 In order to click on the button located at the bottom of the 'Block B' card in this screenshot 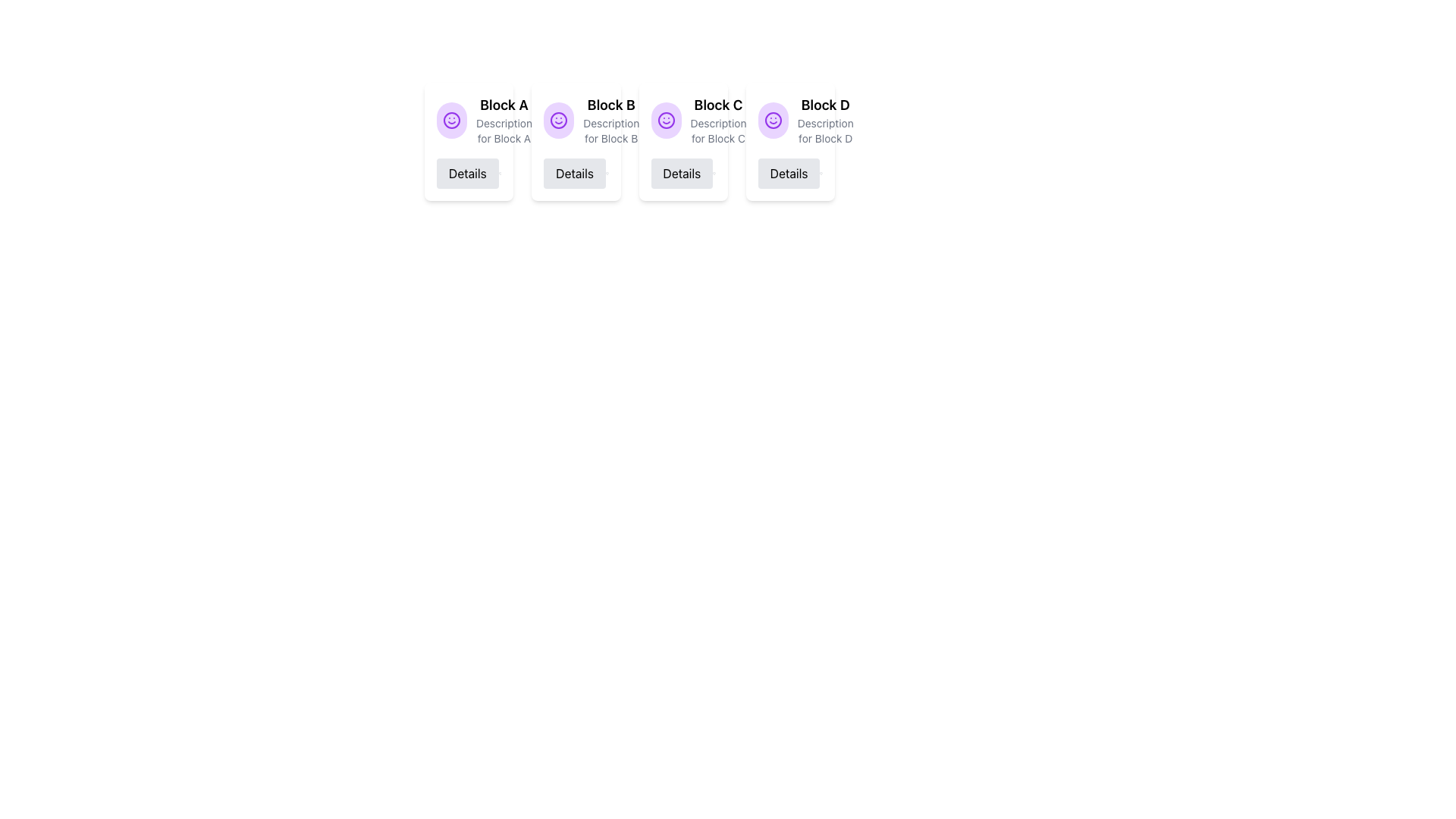, I will do `click(575, 172)`.